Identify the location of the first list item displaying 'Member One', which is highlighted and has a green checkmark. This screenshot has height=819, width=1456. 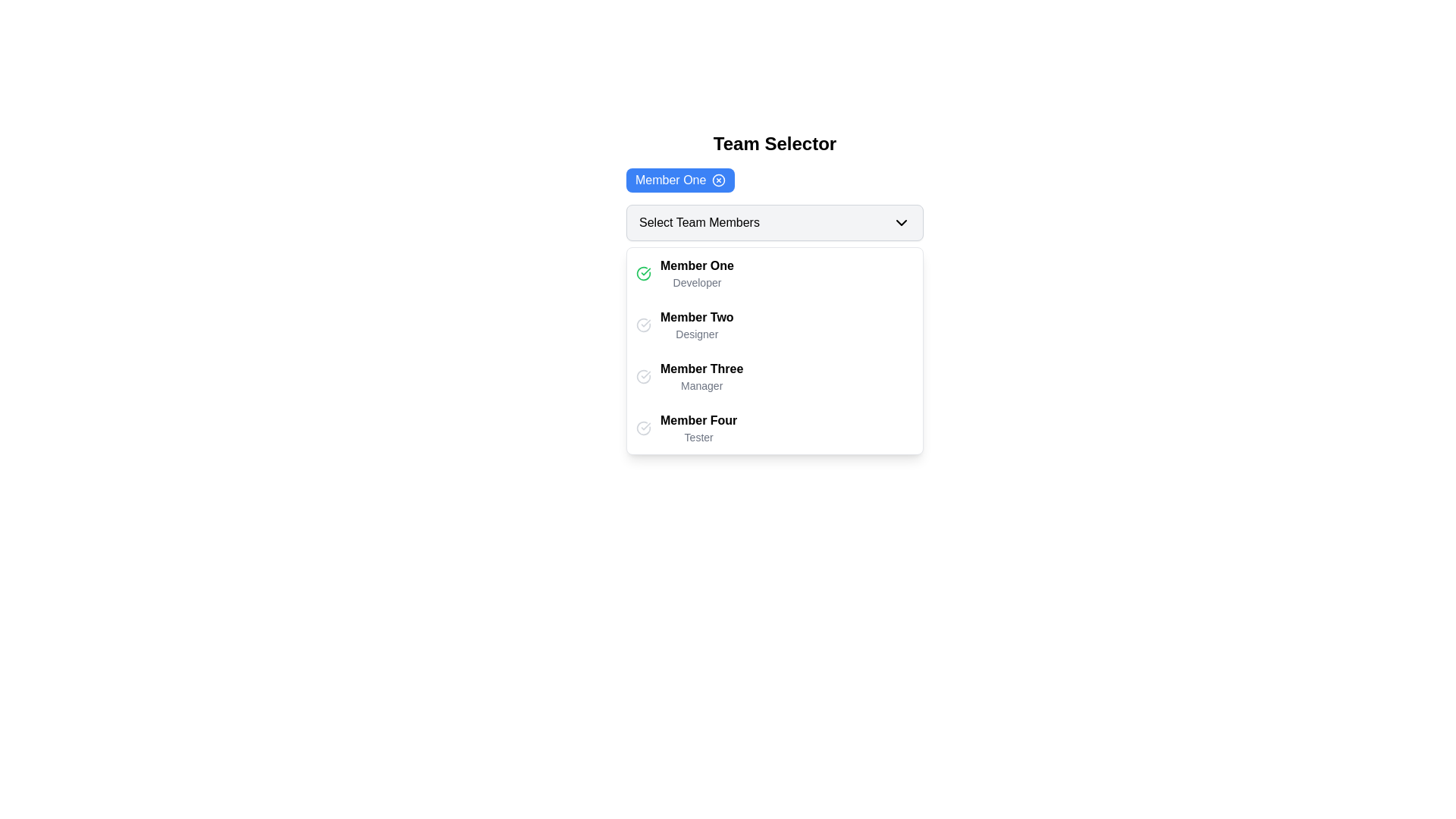
(775, 293).